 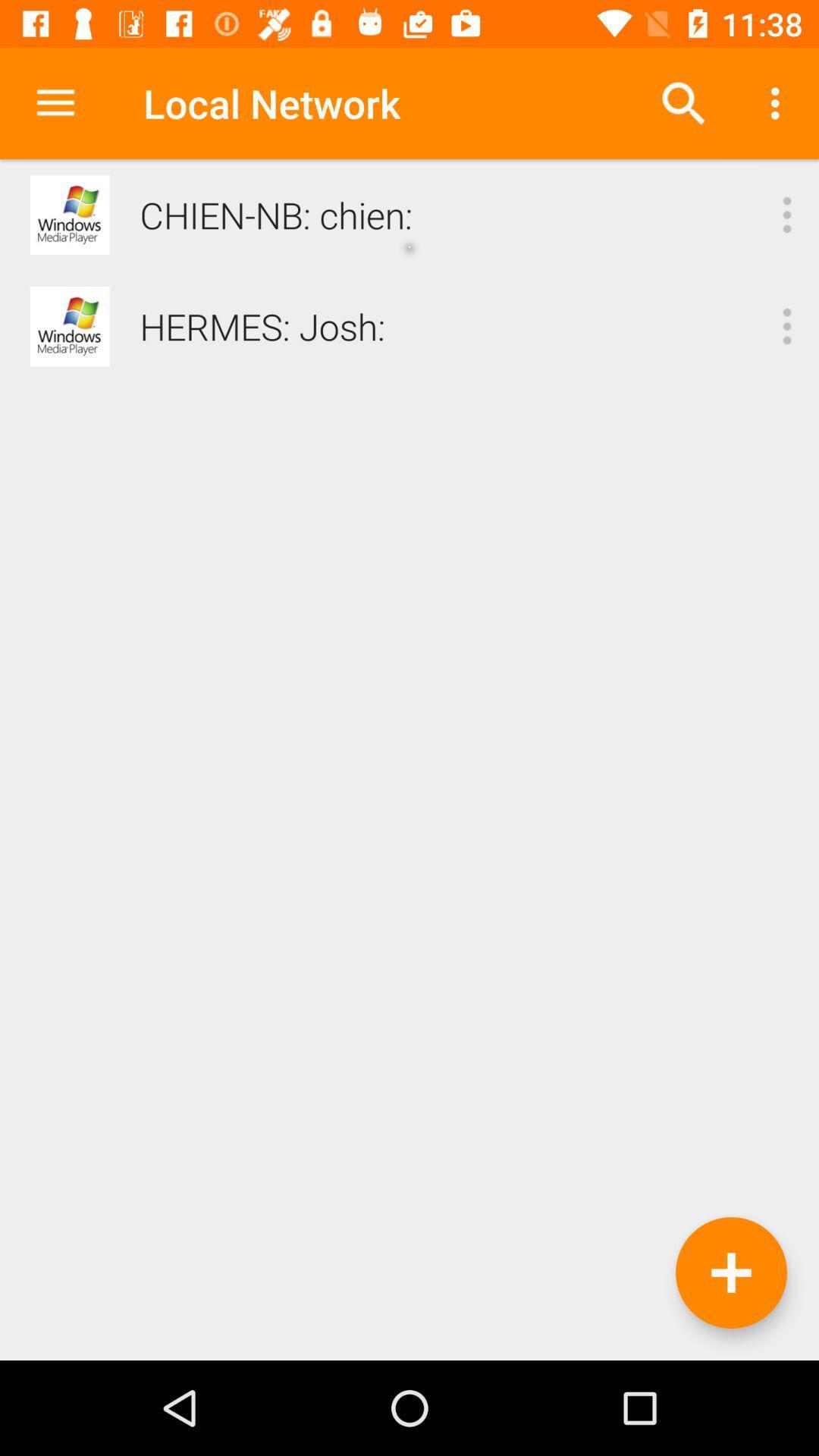 I want to click on the add icon, so click(x=730, y=1272).